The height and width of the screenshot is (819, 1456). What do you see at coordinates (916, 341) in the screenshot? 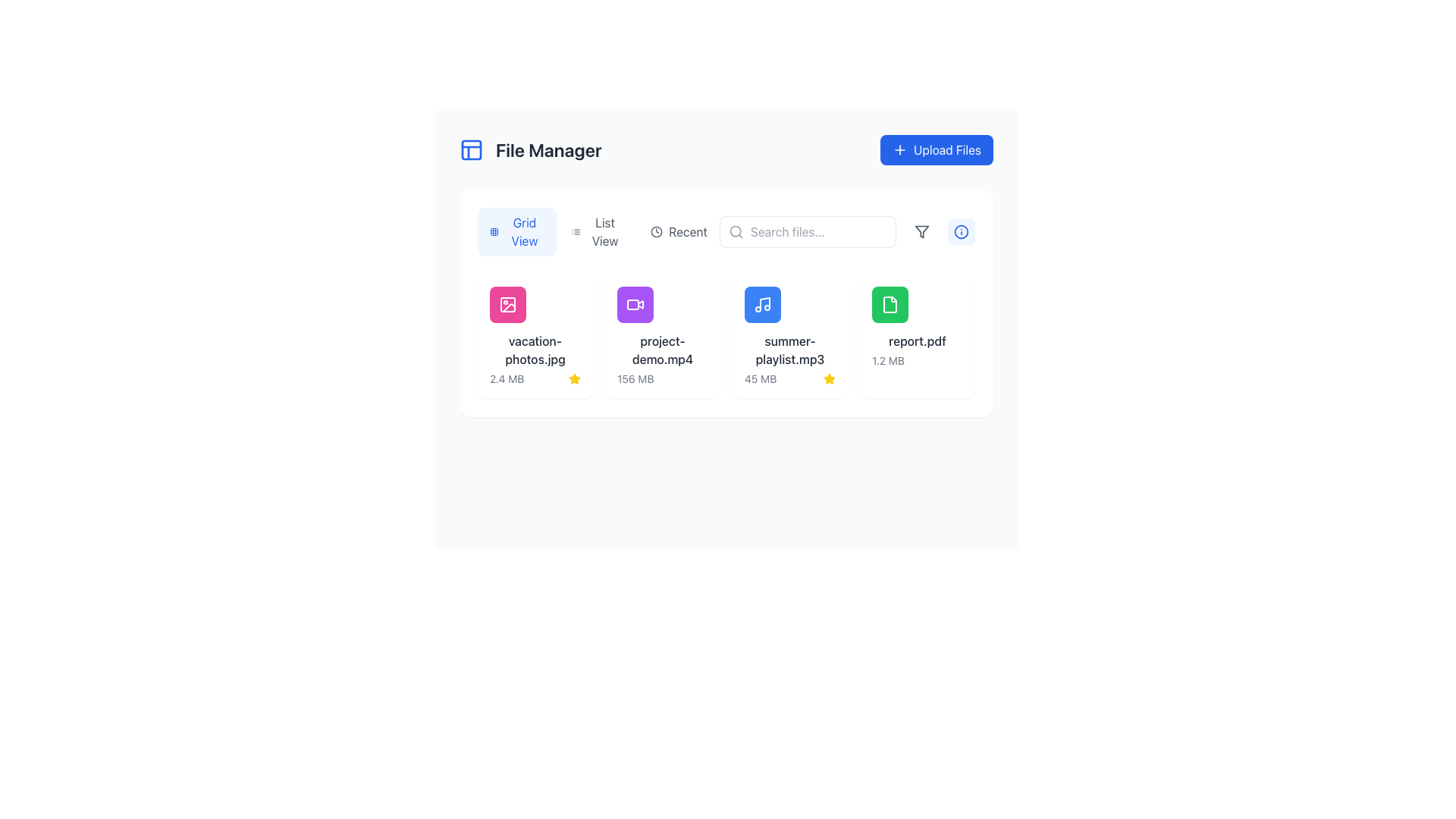
I see `the static text label that identifies a file object within the file manager interface, located above the file size text '1.2 MB'` at bounding box center [916, 341].